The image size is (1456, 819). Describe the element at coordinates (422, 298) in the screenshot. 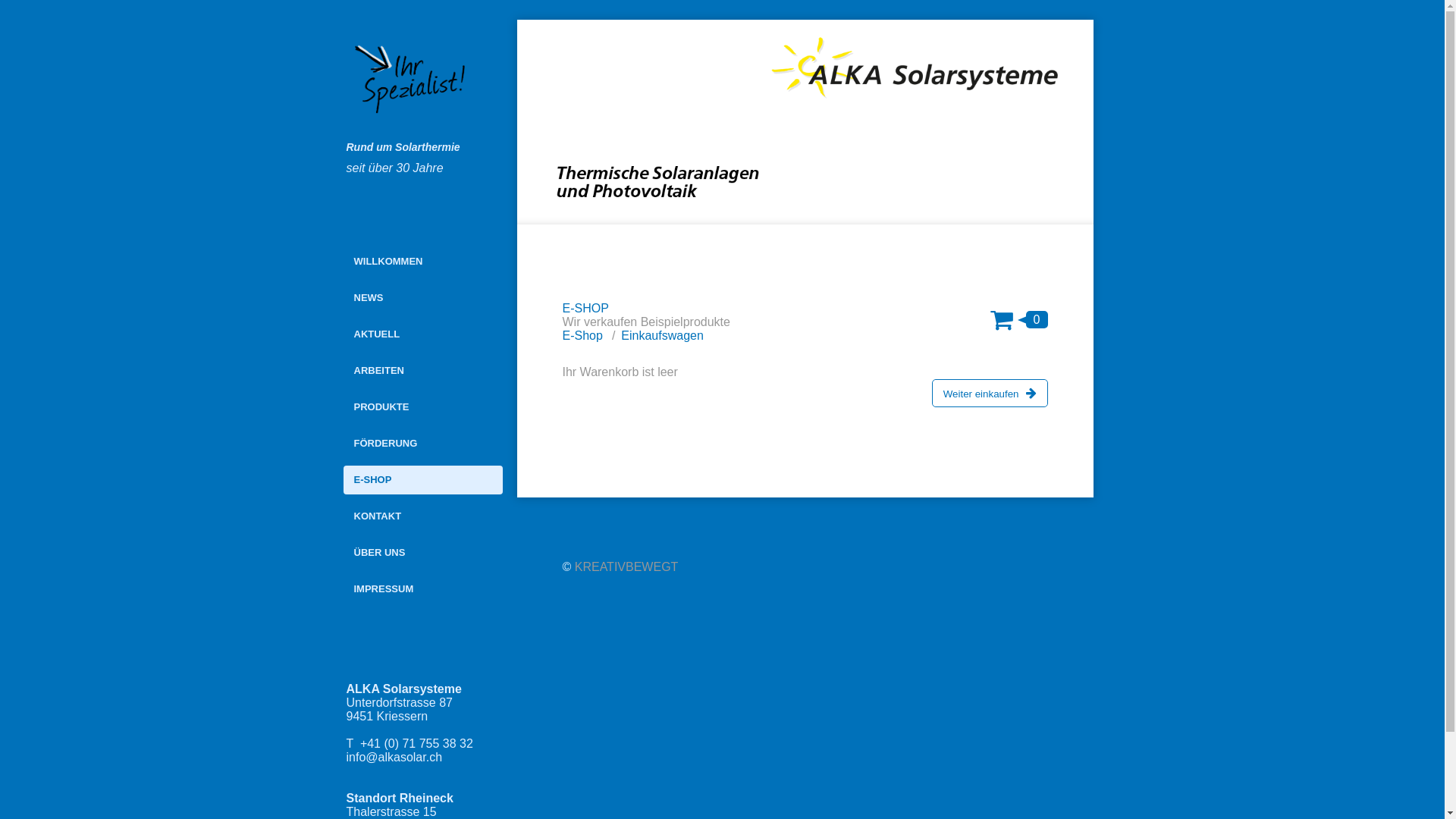

I see `'NEWS'` at that location.